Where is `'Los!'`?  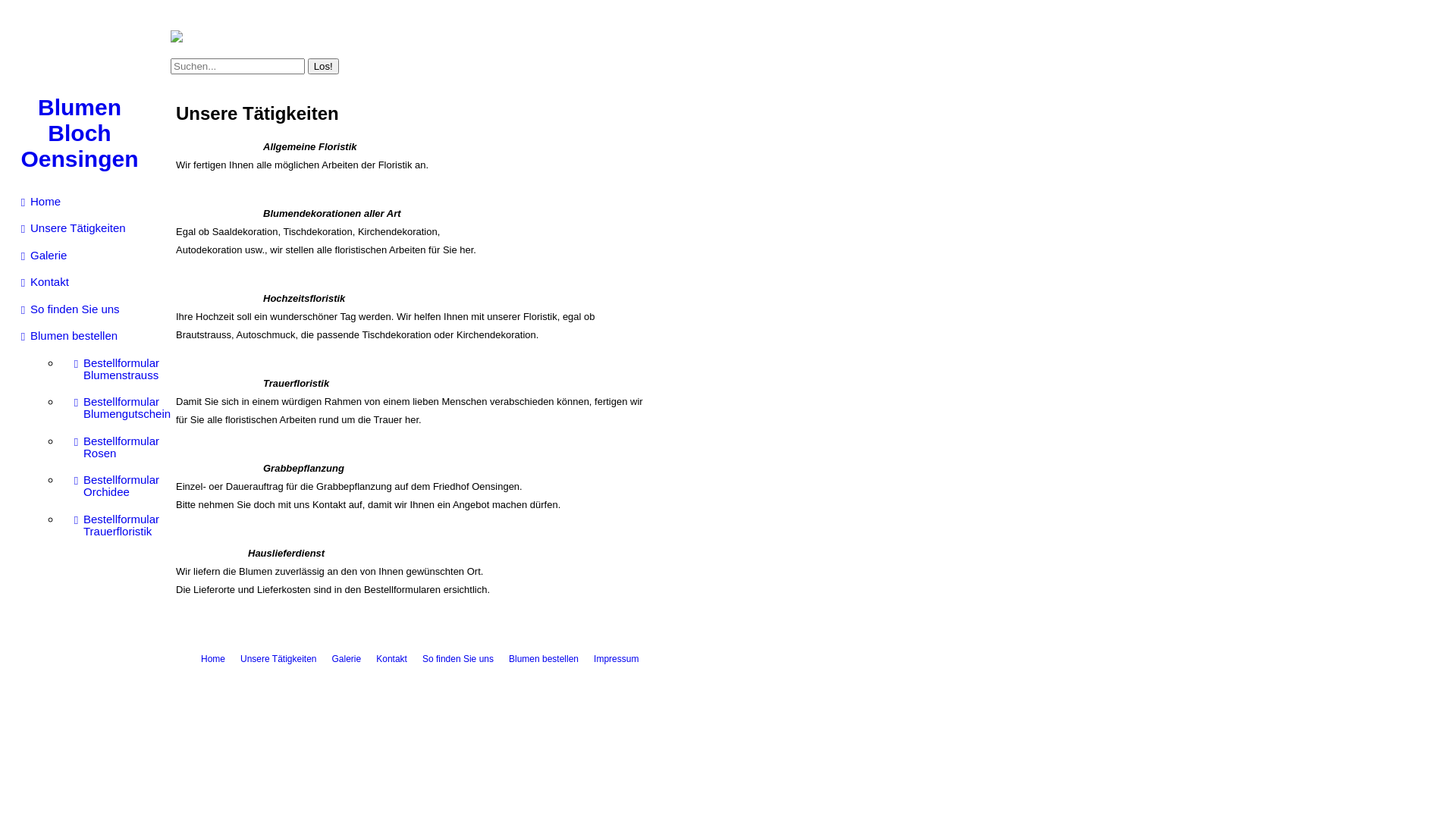
'Los!' is located at coordinates (322, 64).